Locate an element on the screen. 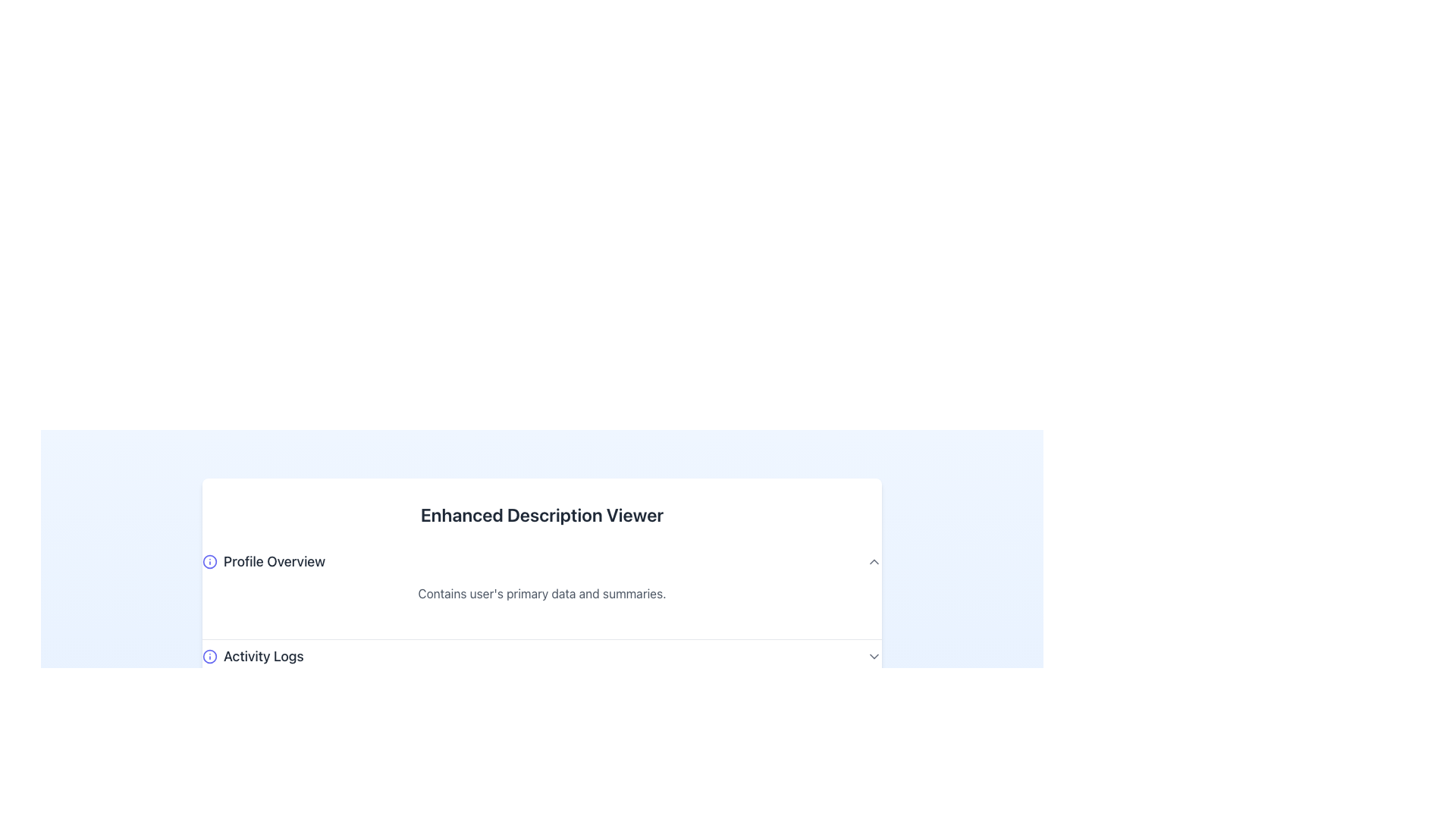  the Text Label stating 'Contains user's primary data and summaries' located below the 'Profile Overview' header is located at coordinates (542, 593).